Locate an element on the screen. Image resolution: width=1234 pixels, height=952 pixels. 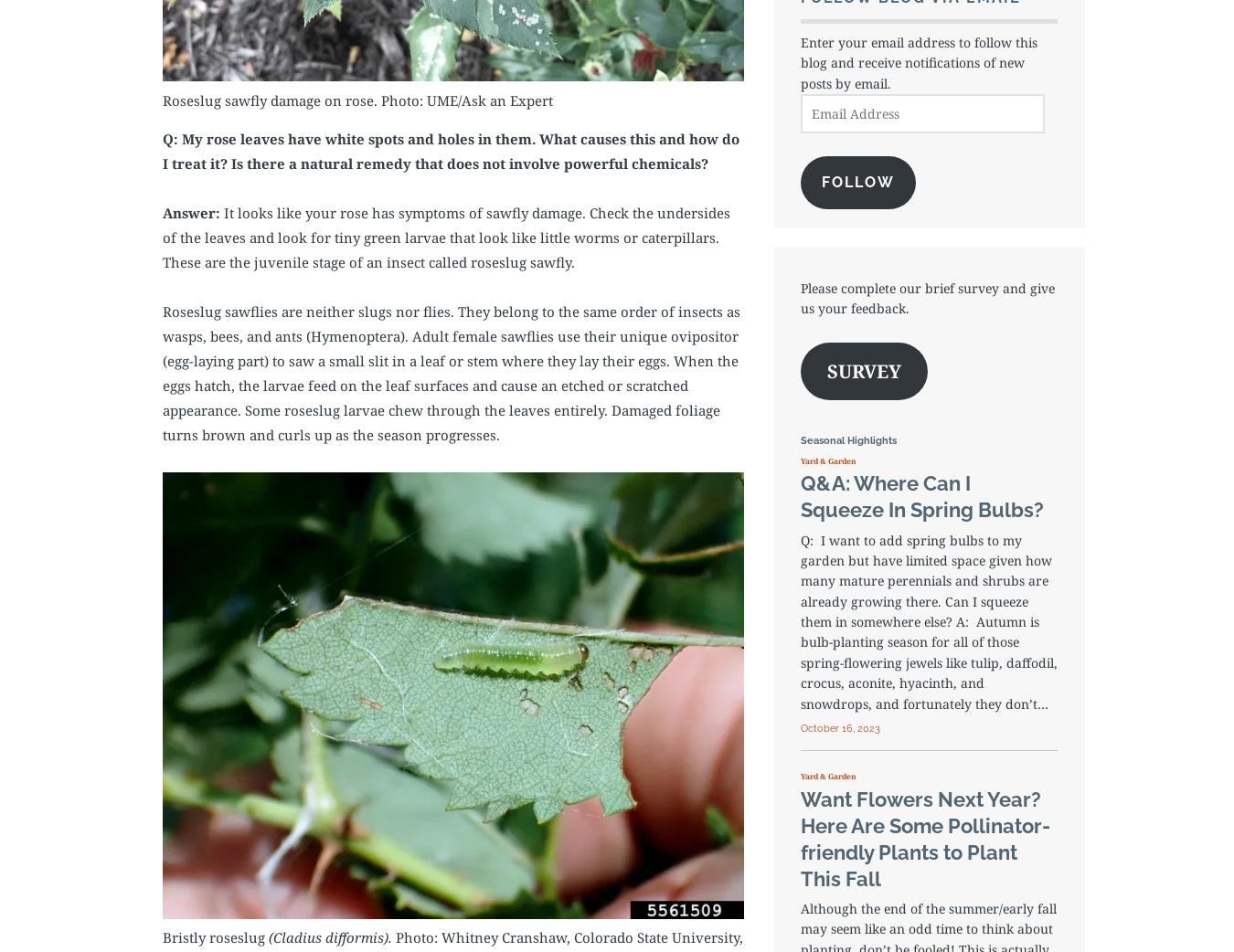
'It looks like your rose has symptoms of sawfly damage. Check the undersides of the leaves and look for tiny green larvae that look like little worms or caterpillars. These are the juvenile stage of an insect called roseslug sawfly.' is located at coordinates (445, 236).